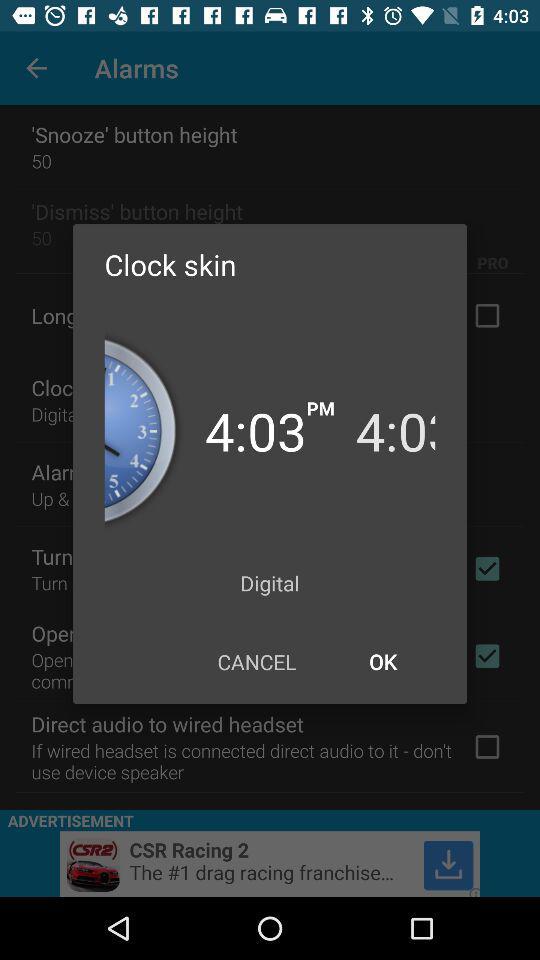 This screenshot has height=960, width=540. Describe the element at coordinates (256, 661) in the screenshot. I see `the icon next to the ok icon` at that location.